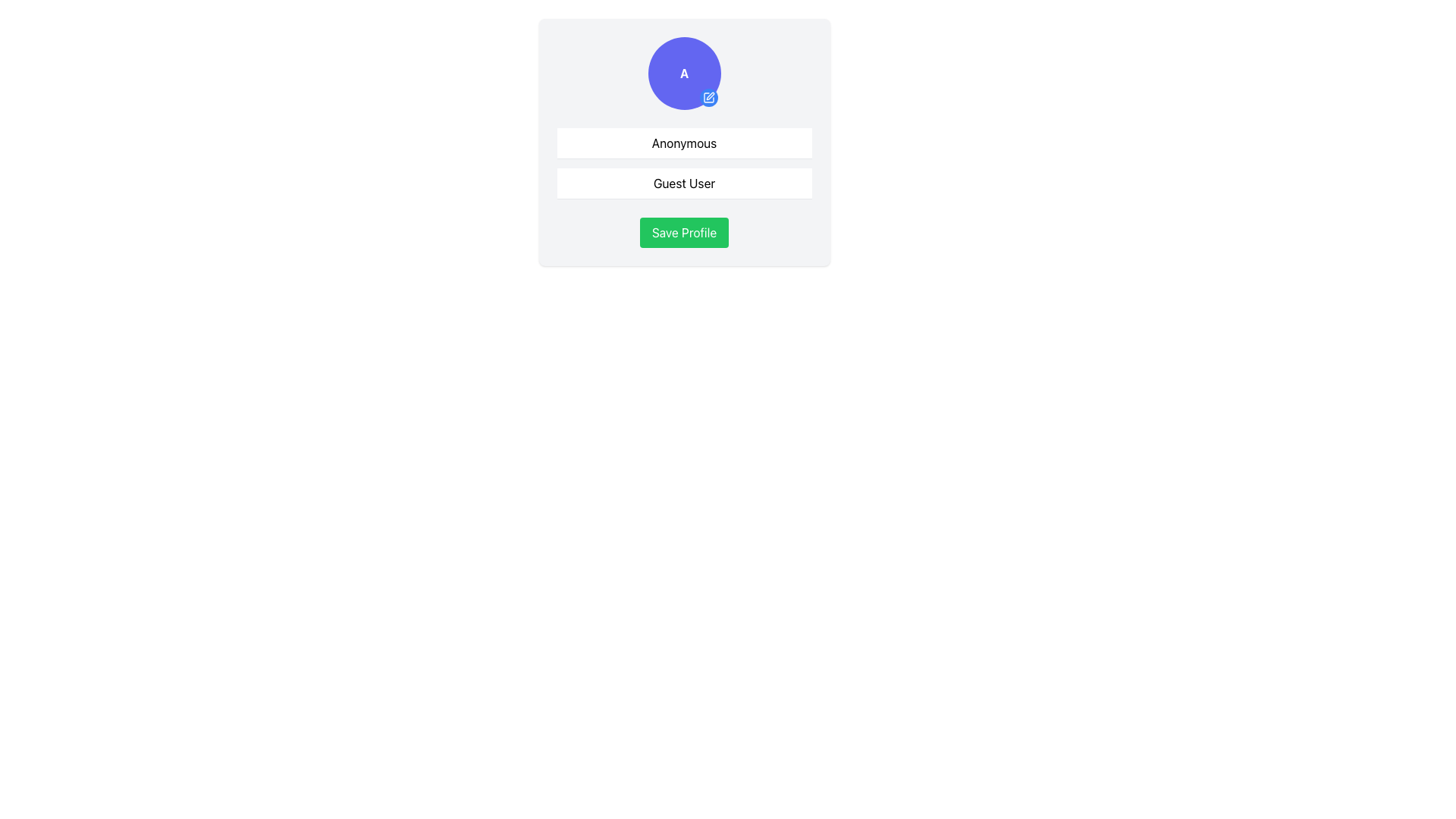 The height and width of the screenshot is (819, 1456). I want to click on the edit button located at the bottom-right corner of the circular avatar component labeled 'A', so click(708, 97).